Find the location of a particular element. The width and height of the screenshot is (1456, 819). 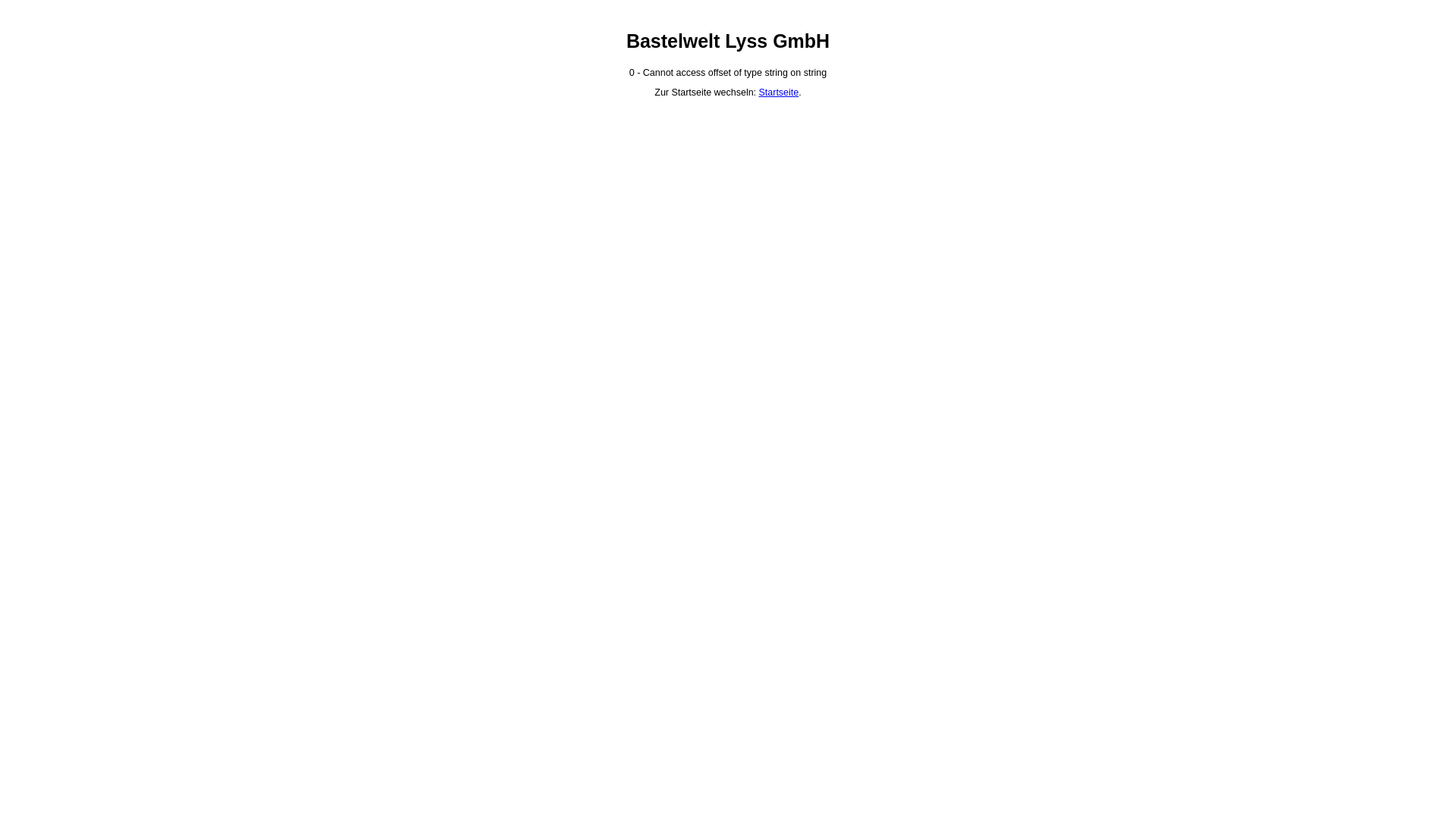

'Startseite' is located at coordinates (779, 93).